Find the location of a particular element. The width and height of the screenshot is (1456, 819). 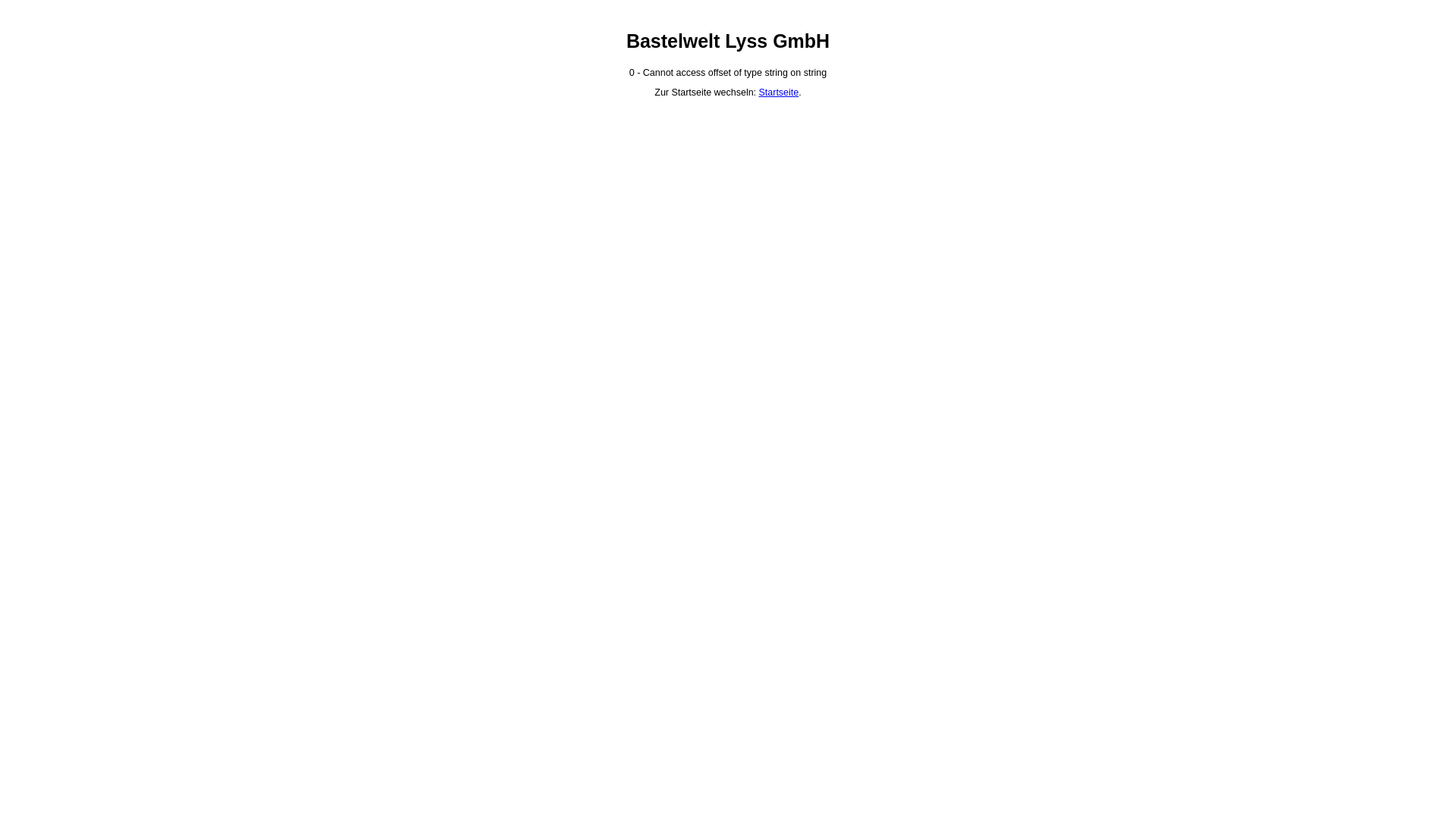

'Startseite' is located at coordinates (779, 93).